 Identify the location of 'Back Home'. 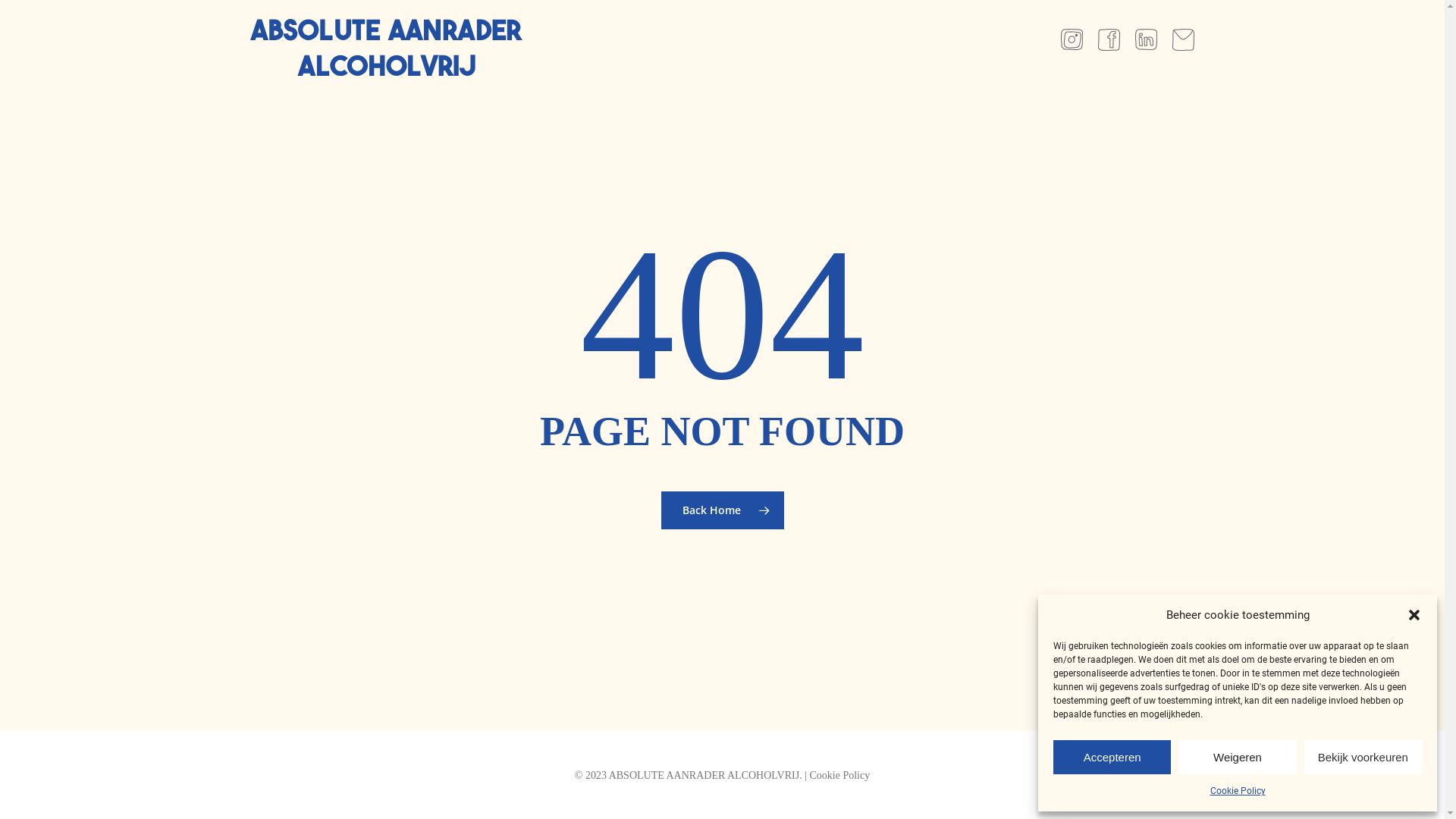
(722, 510).